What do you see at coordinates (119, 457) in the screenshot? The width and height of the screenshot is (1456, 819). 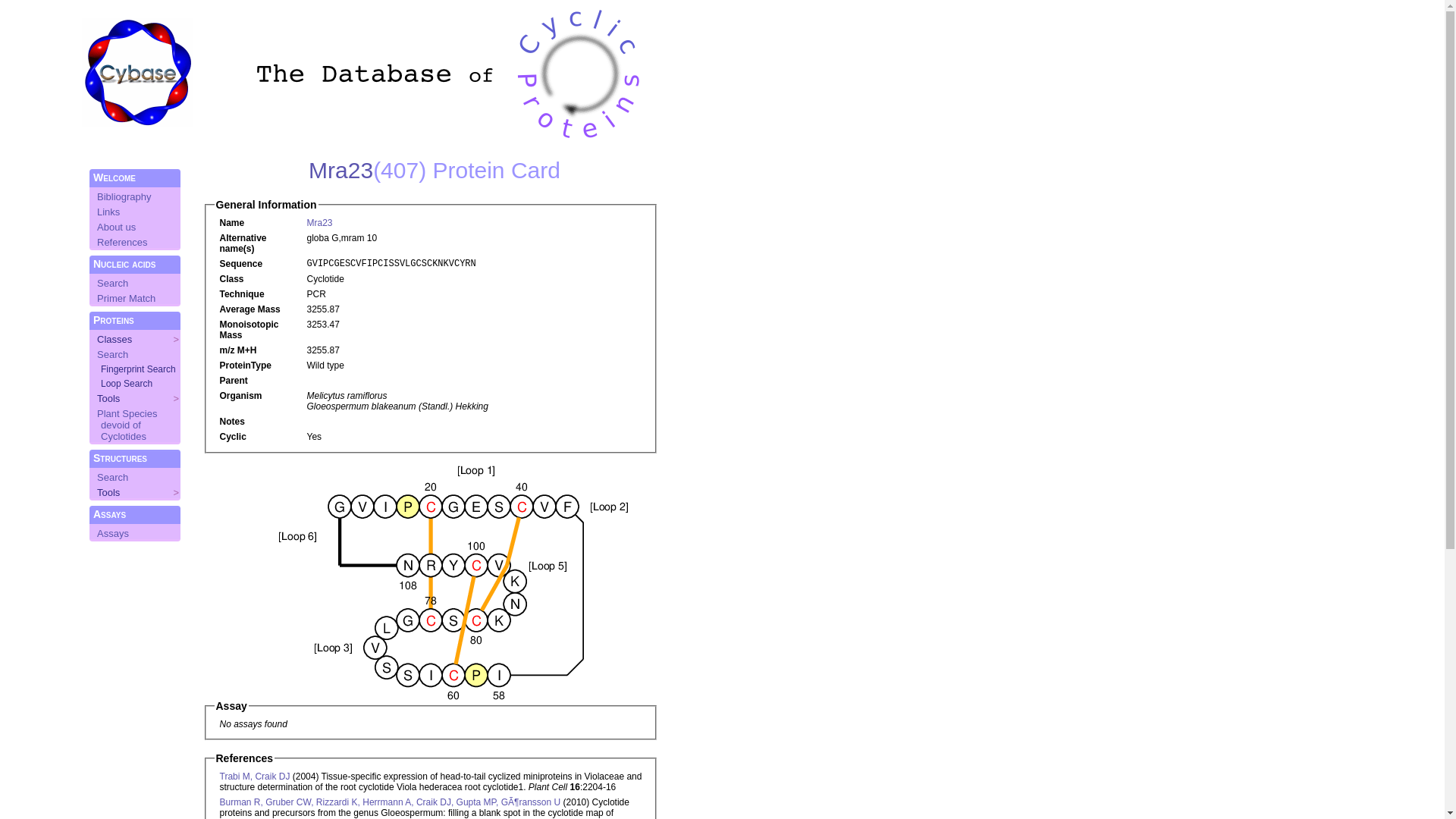 I see `'Structures'` at bounding box center [119, 457].